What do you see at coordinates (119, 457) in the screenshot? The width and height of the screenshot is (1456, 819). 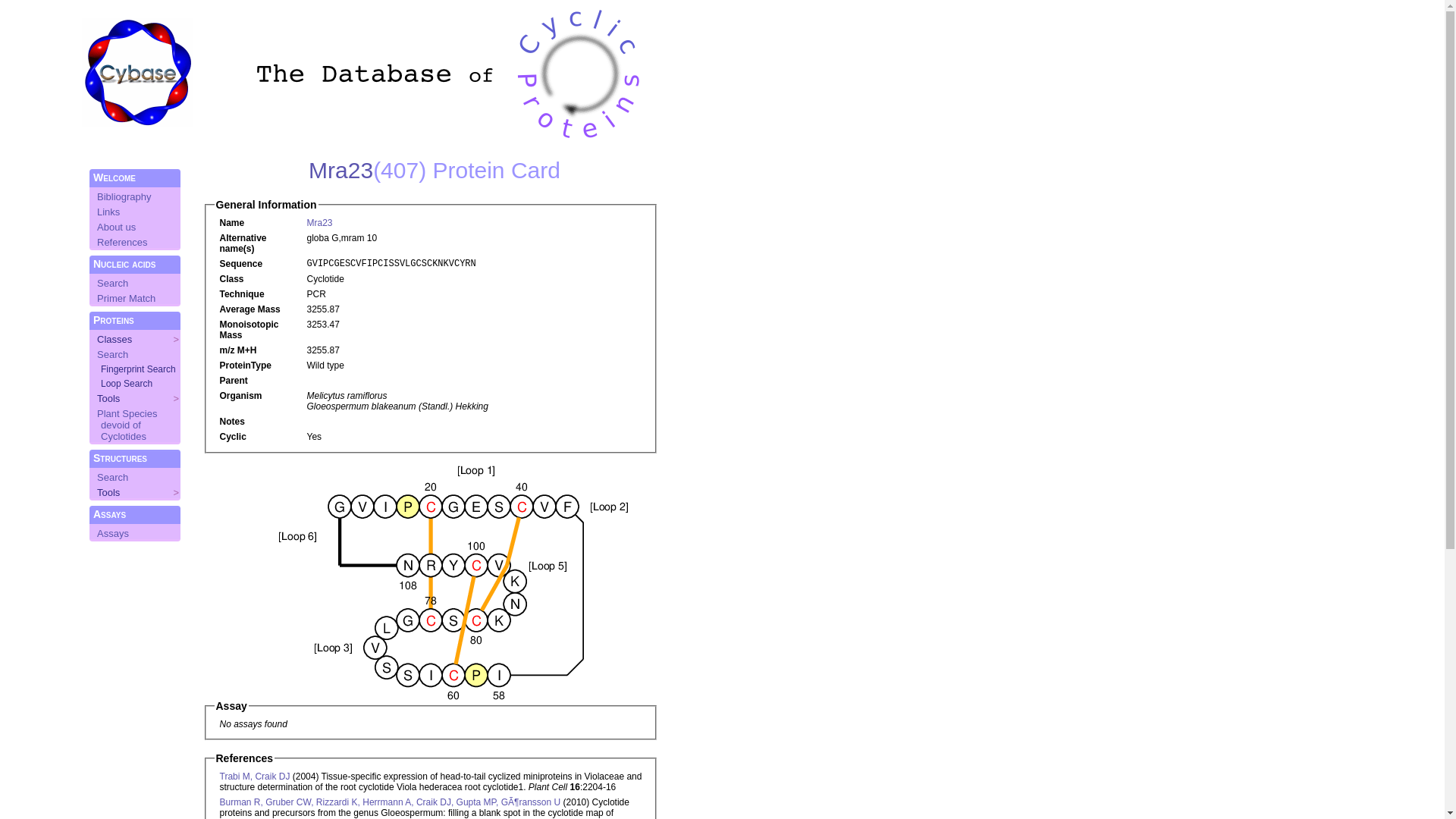 I see `'Structures'` at bounding box center [119, 457].